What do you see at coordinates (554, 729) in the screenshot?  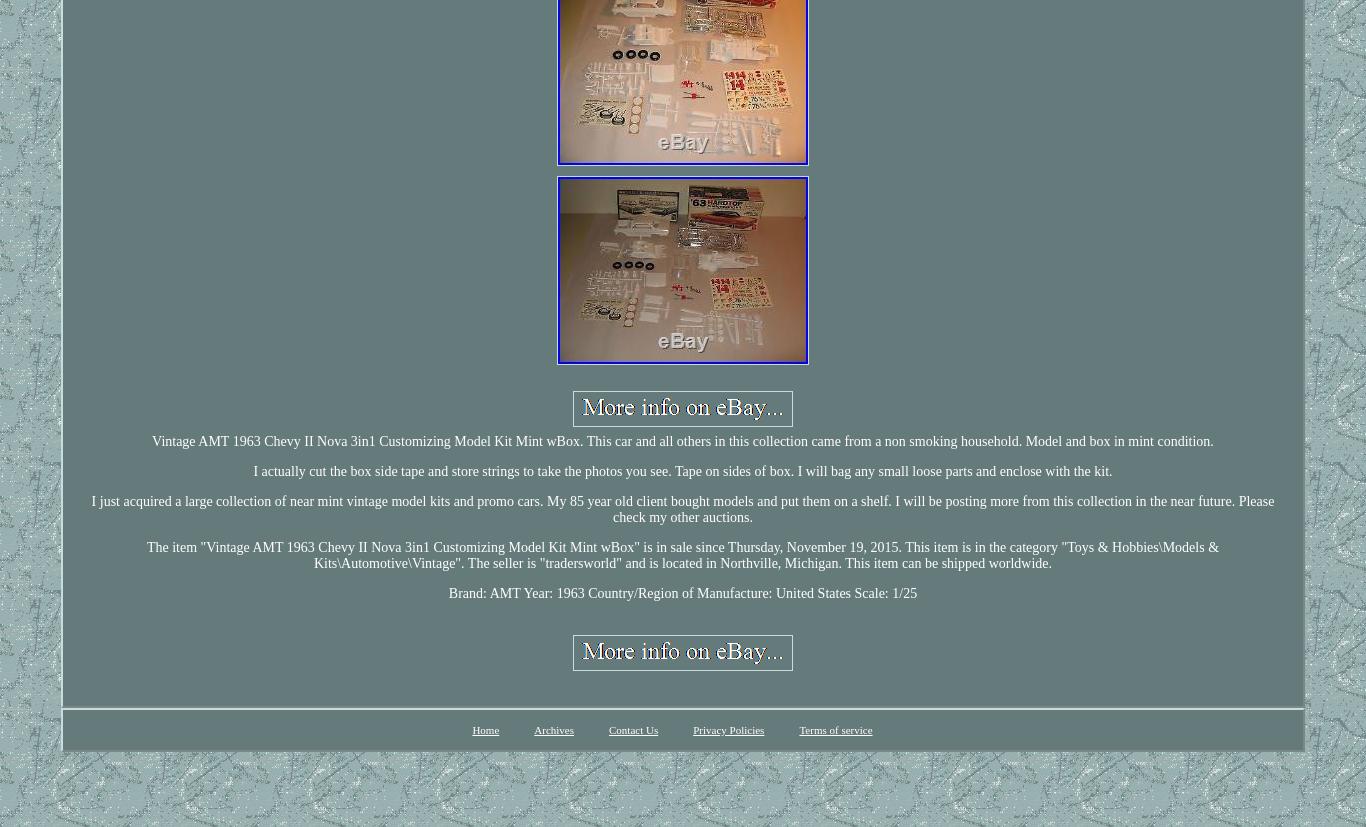 I see `'Archives'` at bounding box center [554, 729].